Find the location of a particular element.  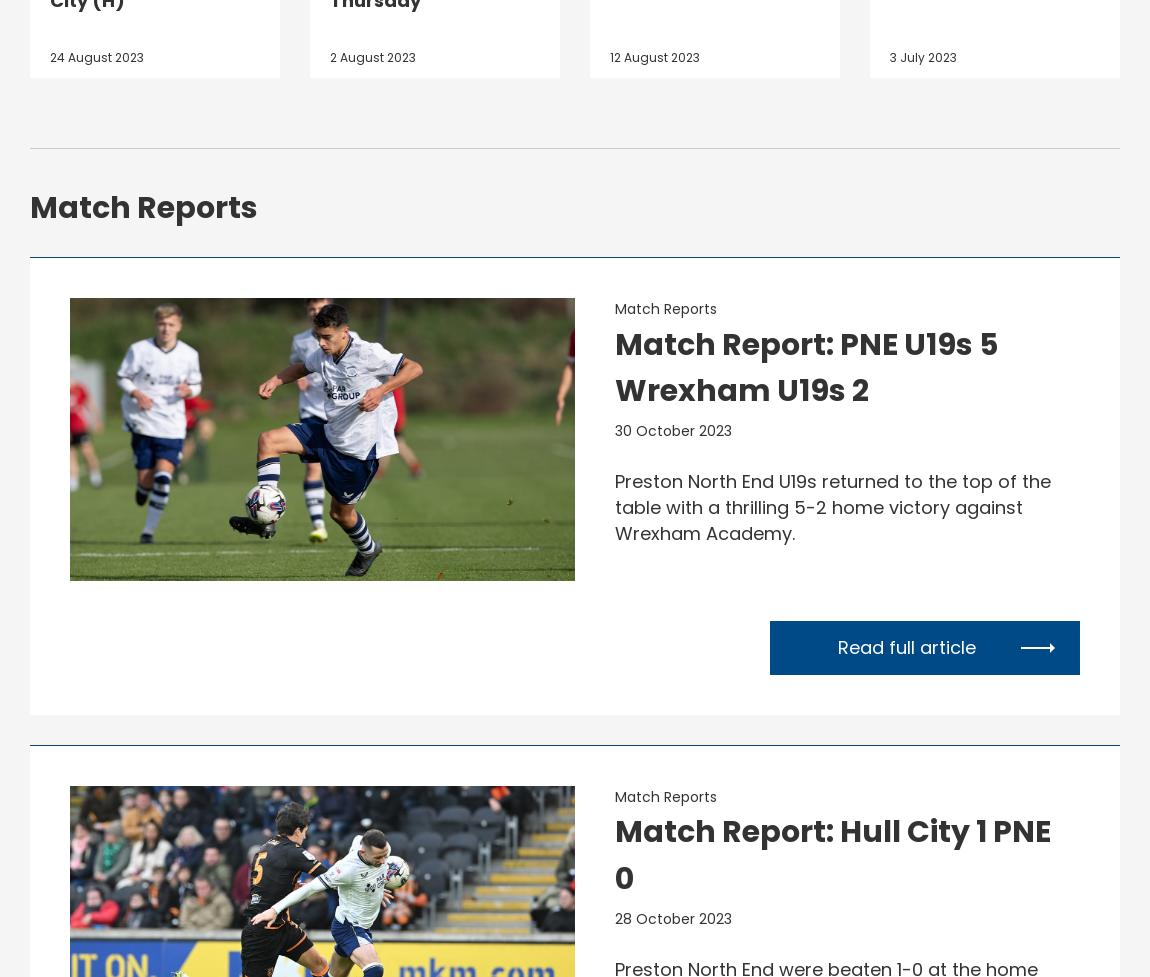

'Read full article' is located at coordinates (905, 646).